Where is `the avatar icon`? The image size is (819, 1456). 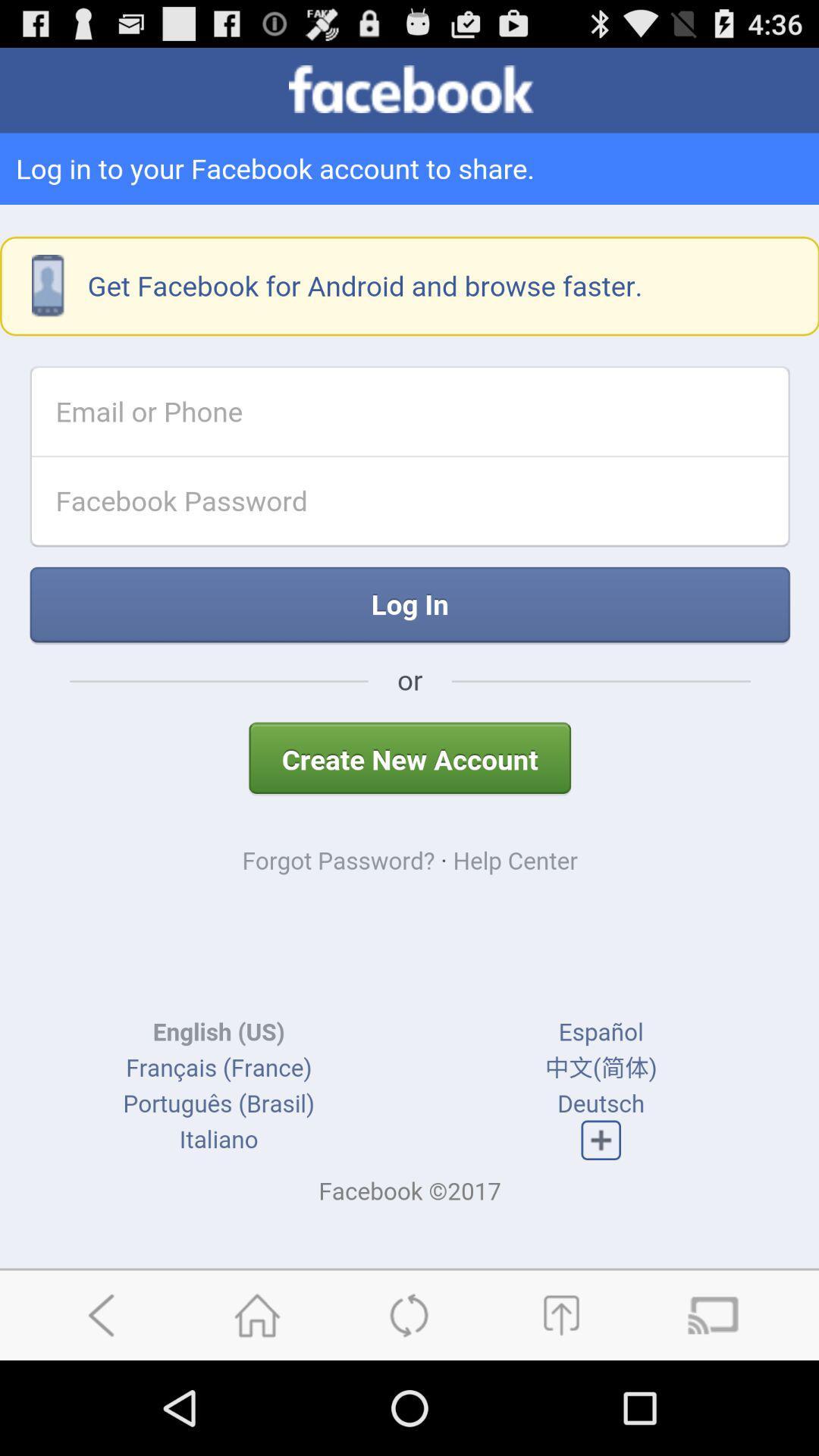 the avatar icon is located at coordinates (560, 1407).